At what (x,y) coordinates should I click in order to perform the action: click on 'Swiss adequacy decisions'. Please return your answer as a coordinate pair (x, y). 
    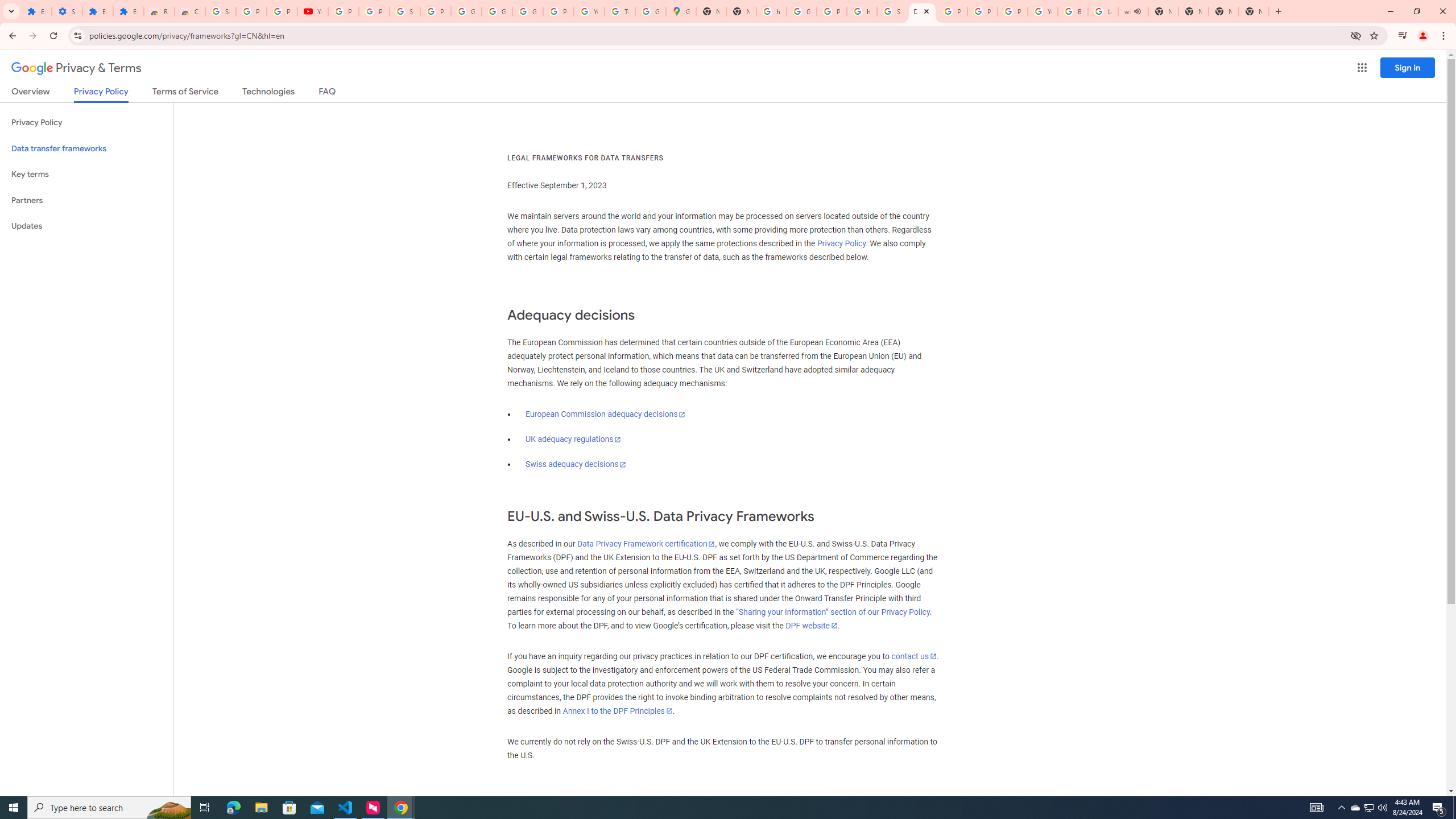
    Looking at the image, I should click on (575, 464).